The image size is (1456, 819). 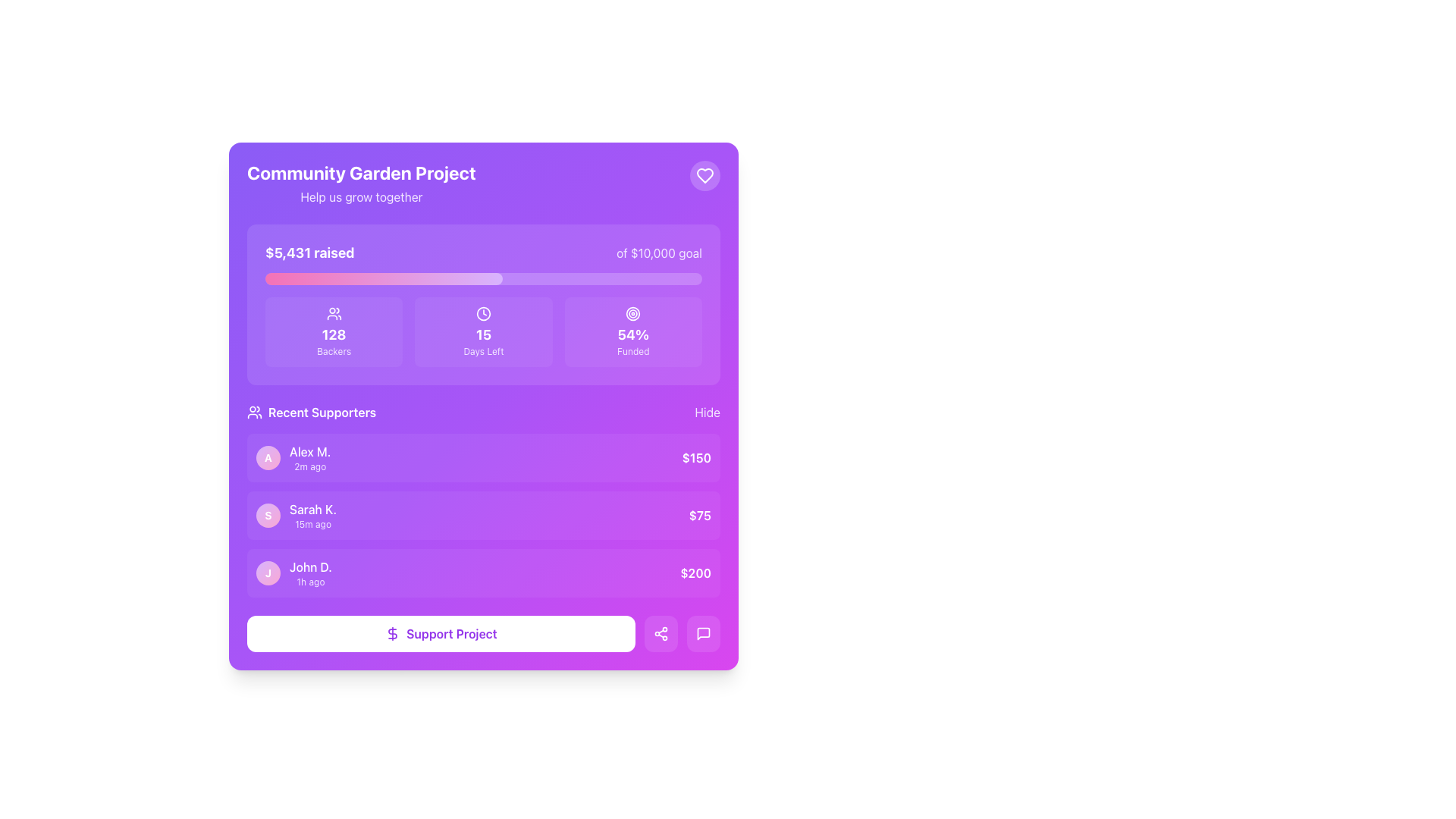 What do you see at coordinates (695, 573) in the screenshot?
I see `the Text label displaying the contribution amount in the 'Recent Supporters' section located in the bottom-right corner of a supporter entry` at bounding box center [695, 573].